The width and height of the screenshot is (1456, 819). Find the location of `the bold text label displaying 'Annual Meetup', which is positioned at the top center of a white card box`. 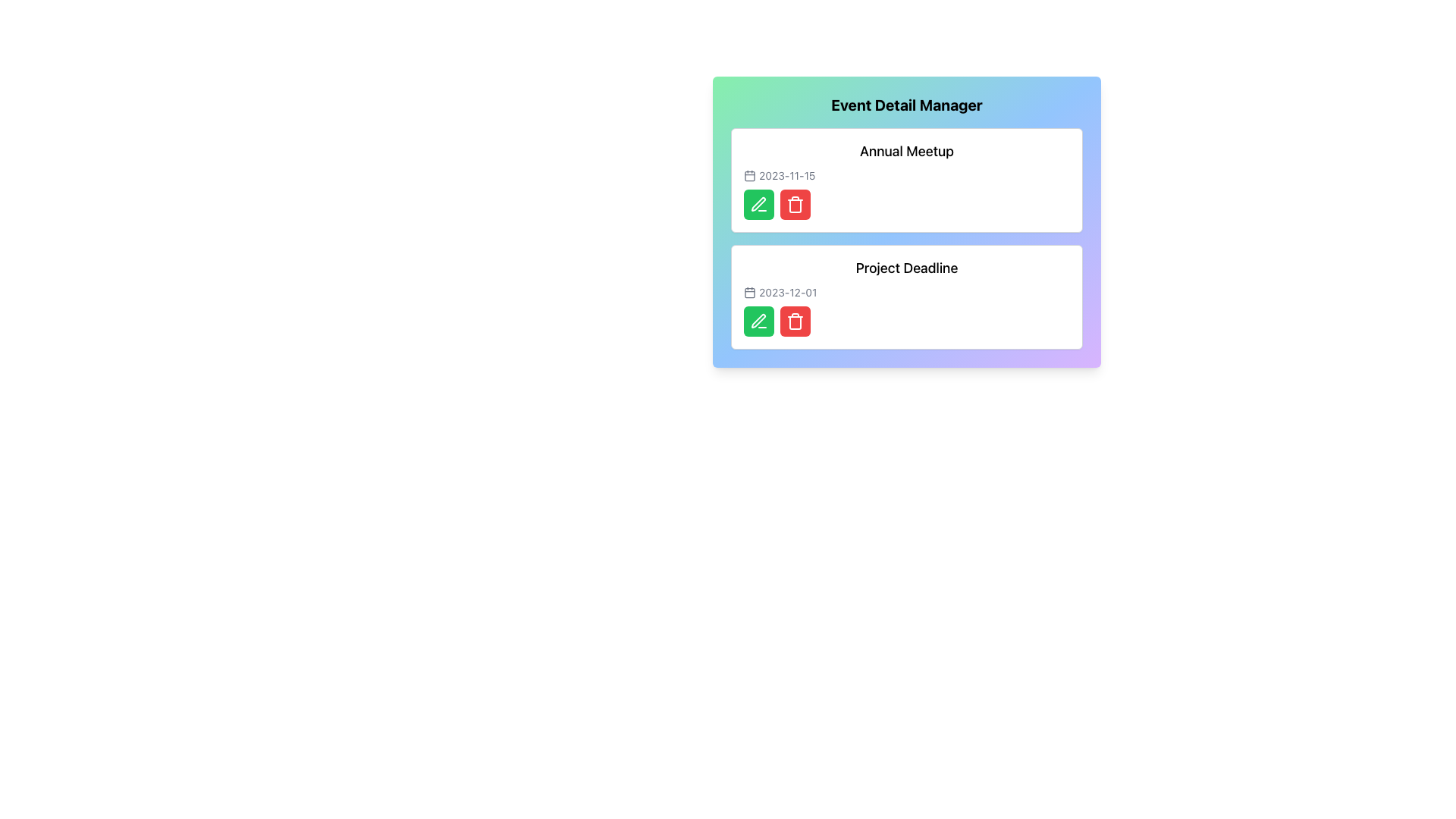

the bold text label displaying 'Annual Meetup', which is positioned at the top center of a white card box is located at coordinates (906, 152).